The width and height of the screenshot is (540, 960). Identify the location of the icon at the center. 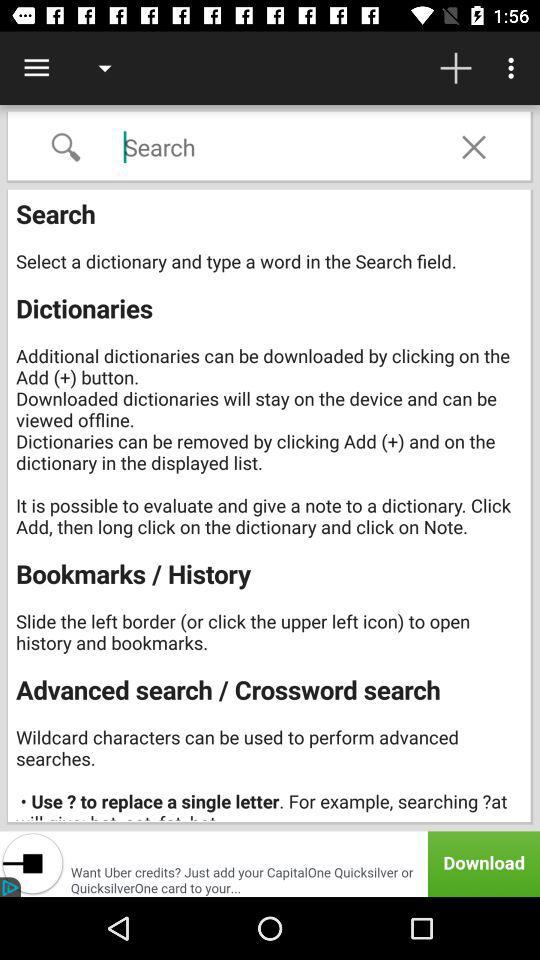
(270, 506).